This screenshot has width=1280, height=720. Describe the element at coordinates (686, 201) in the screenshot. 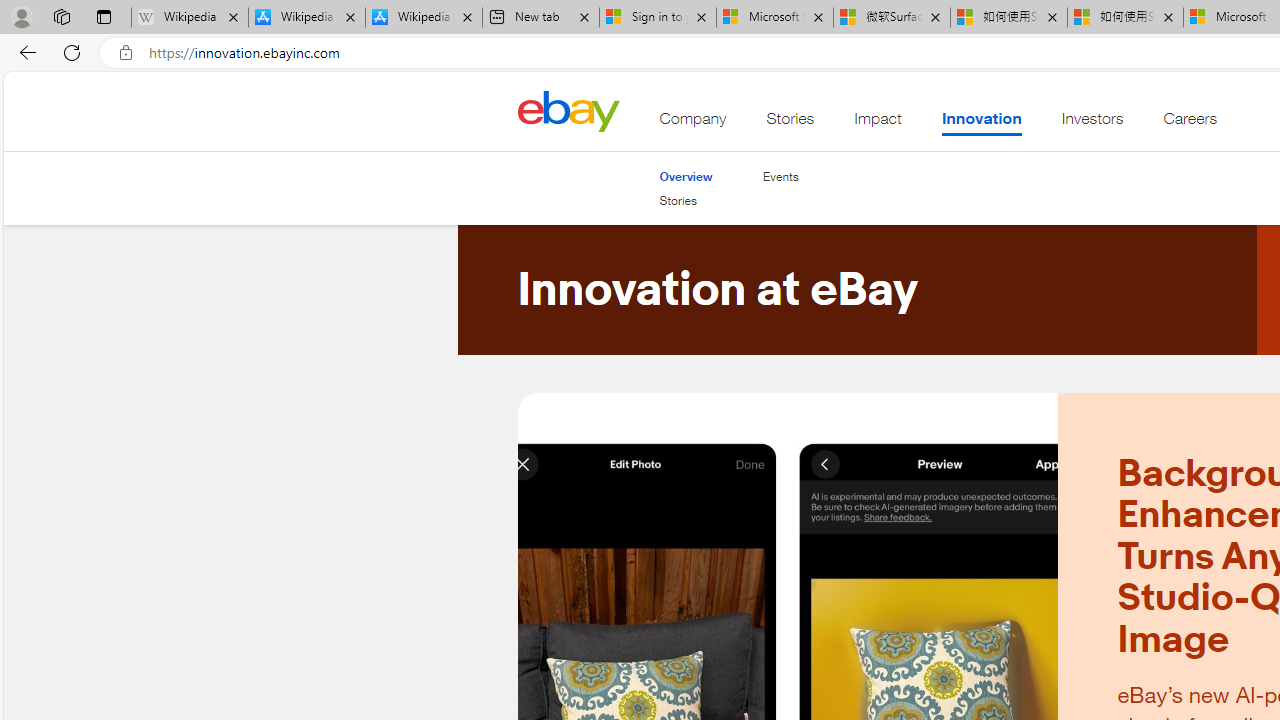

I see `'Stories'` at that location.